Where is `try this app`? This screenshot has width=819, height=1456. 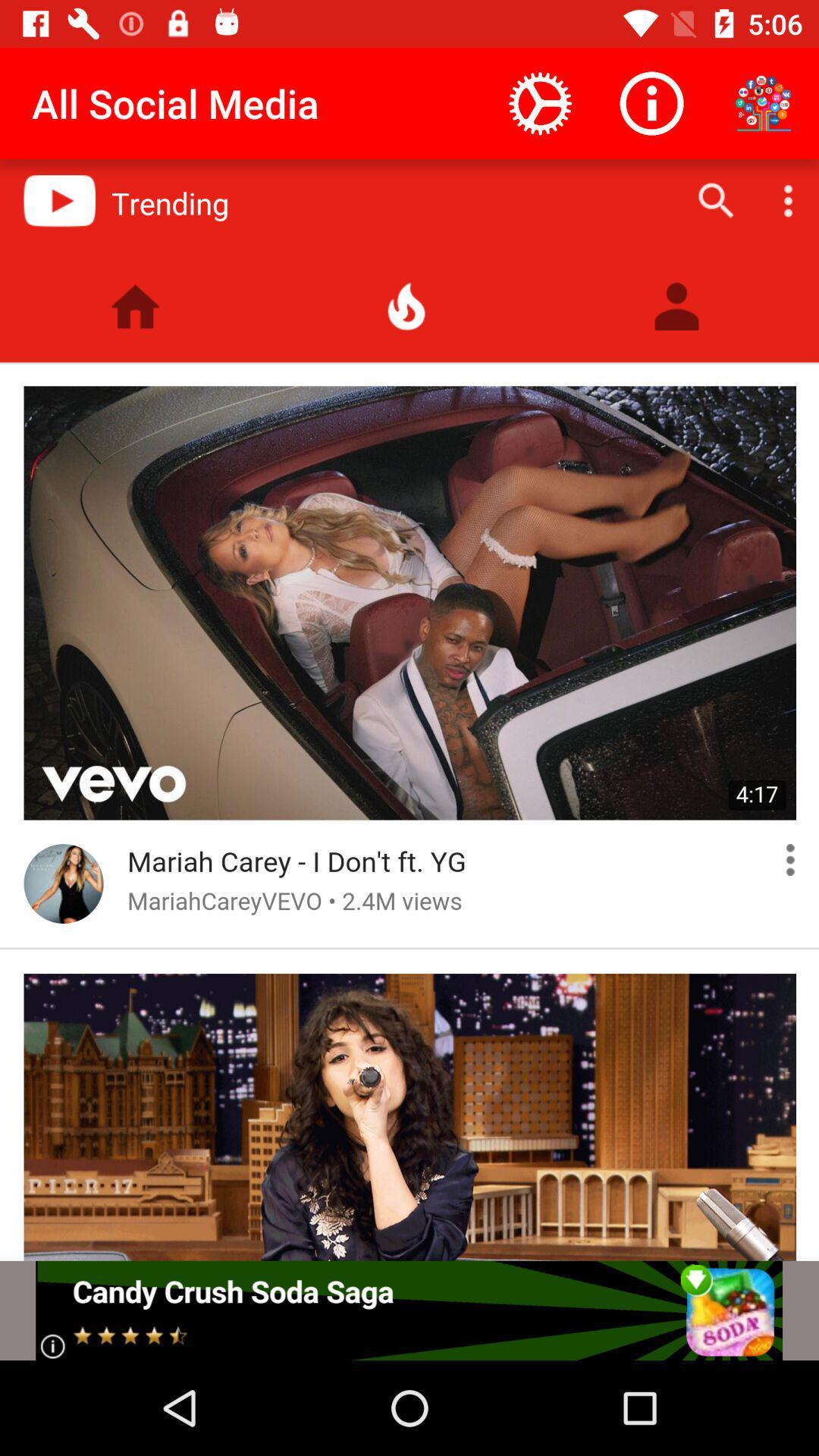
try this app is located at coordinates (408, 1310).